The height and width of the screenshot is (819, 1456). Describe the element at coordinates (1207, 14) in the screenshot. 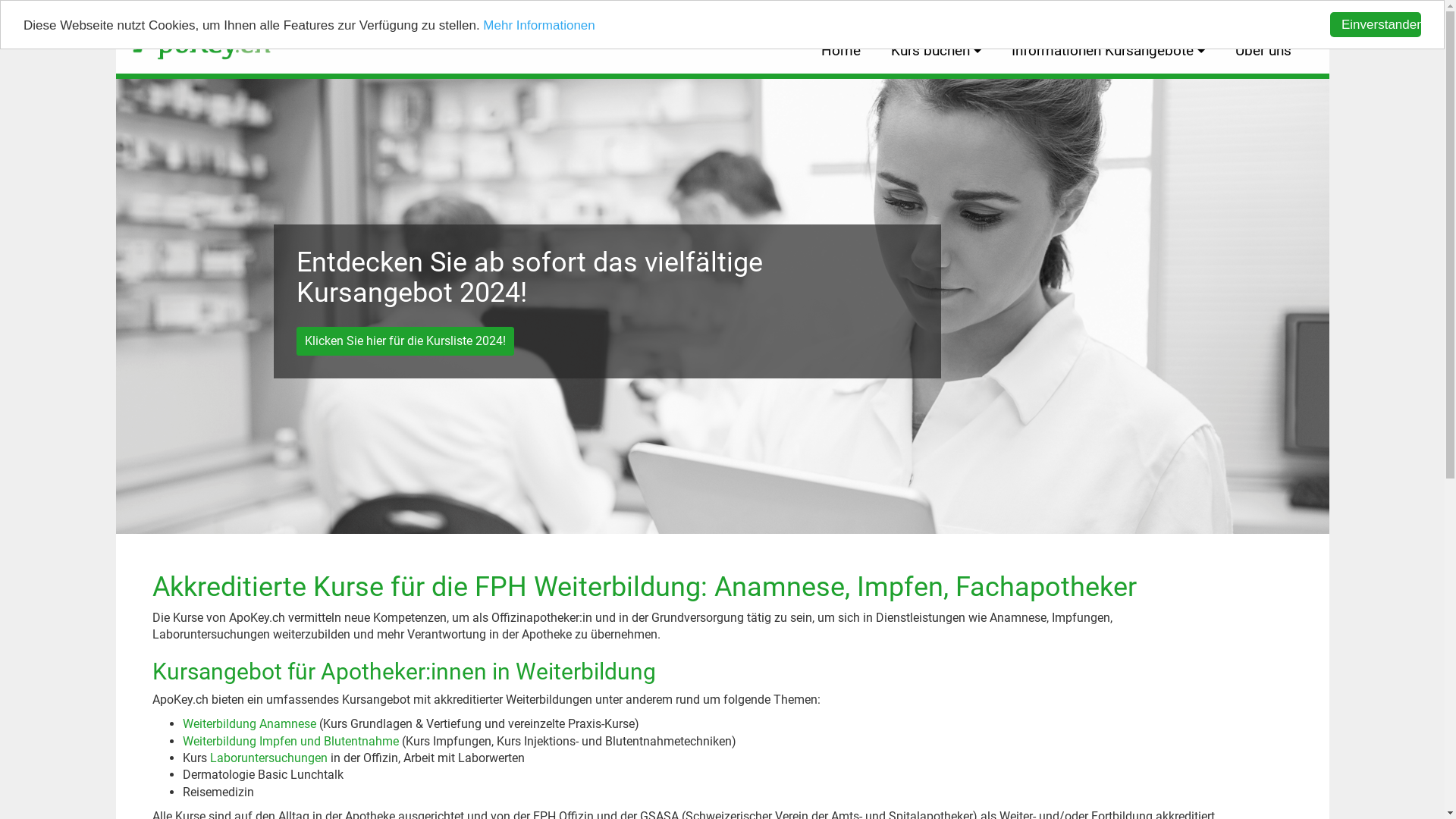

I see `'Login'` at that location.